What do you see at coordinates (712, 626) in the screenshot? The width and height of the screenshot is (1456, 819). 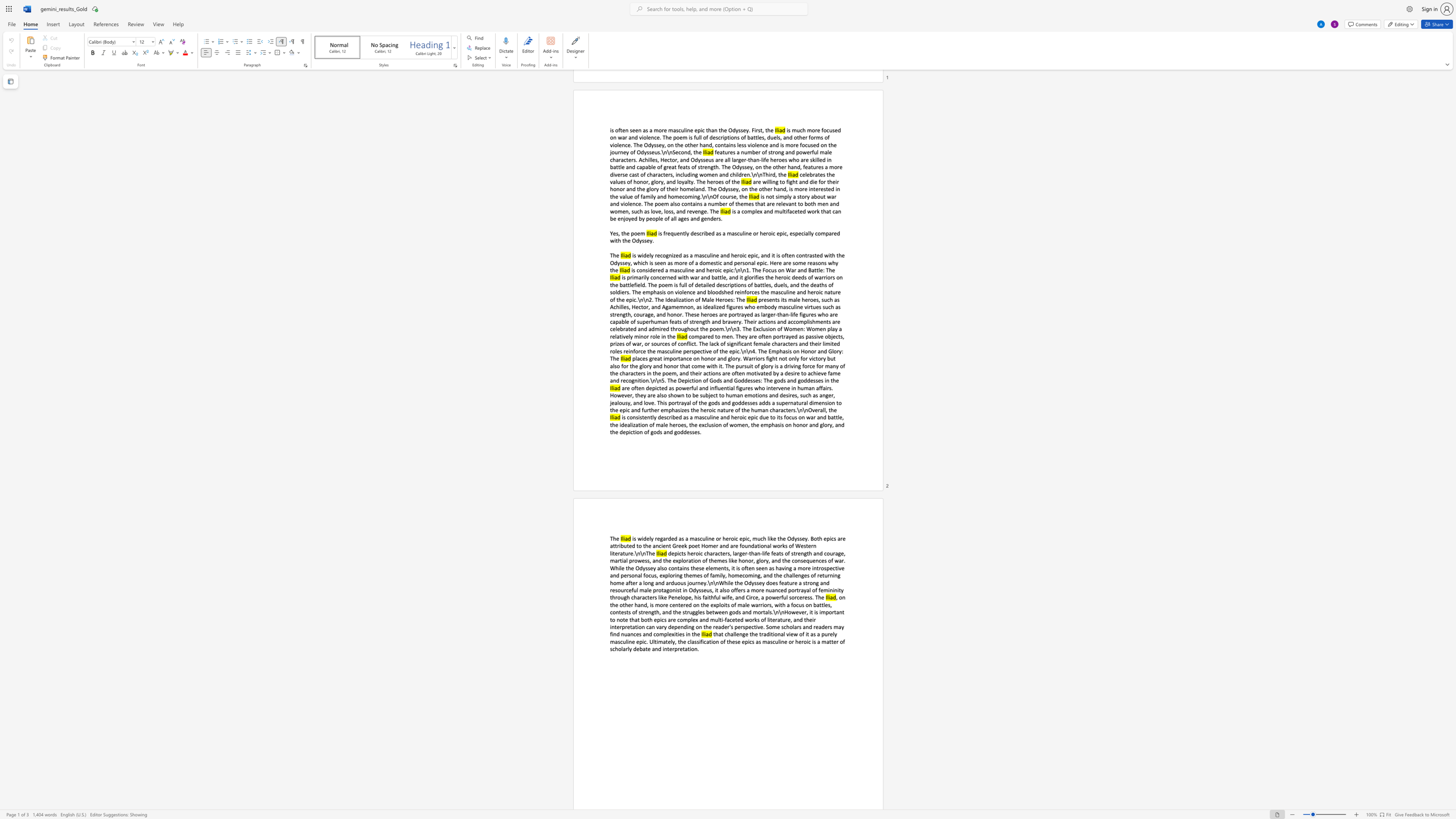 I see `the subset text "reader" within the text ", on the other hand, is more centered on the exploits of male warriors, with a focus on battles, contests of strength, and the struggles between gods and mortals.\n\nHowever, it is important to note that both epics are complex and multi-faceted works of literature, and their interpretation can vary depending on the reader"` at bounding box center [712, 626].